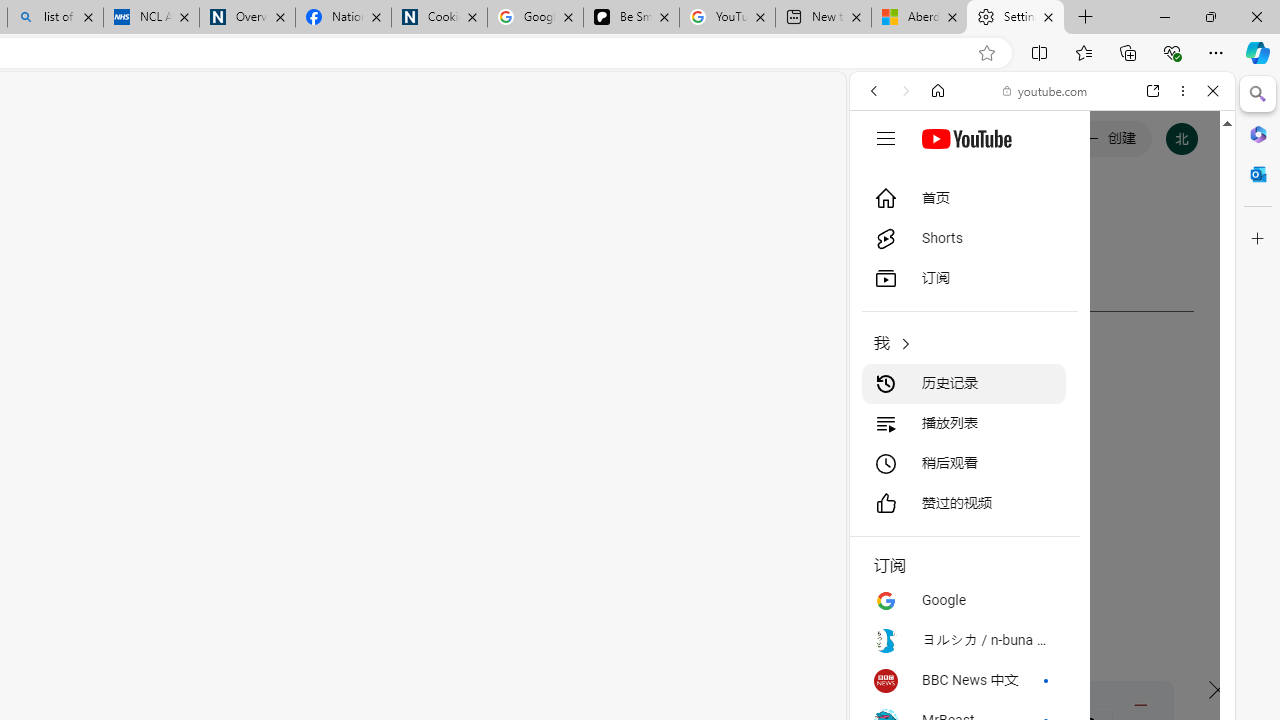  I want to click on 'Aberdeen, Hong Kong SAR hourly forecast | Microsoft Weather', so click(918, 17).